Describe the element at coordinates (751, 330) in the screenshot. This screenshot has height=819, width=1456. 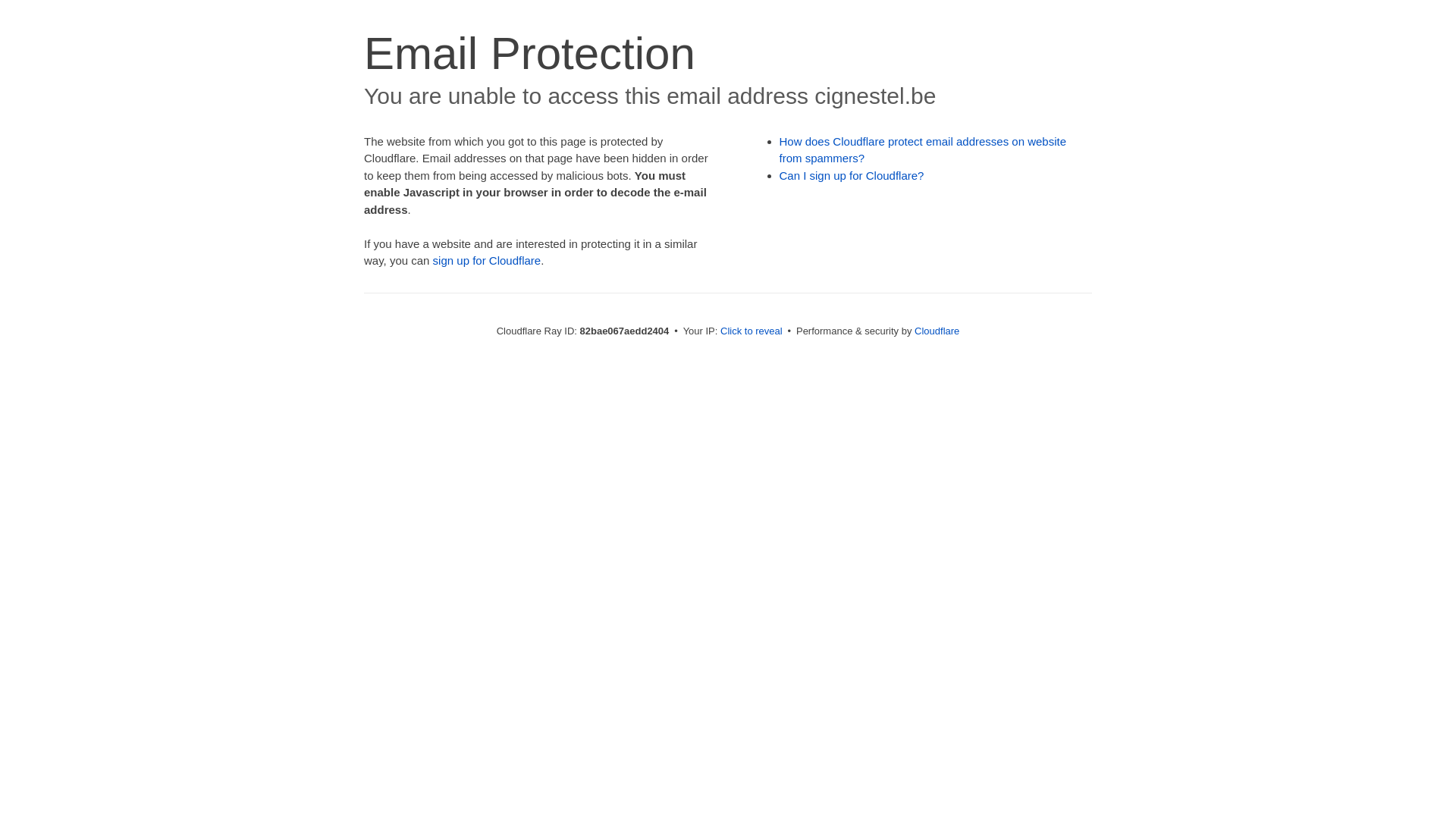
I see `'Click to reveal'` at that location.